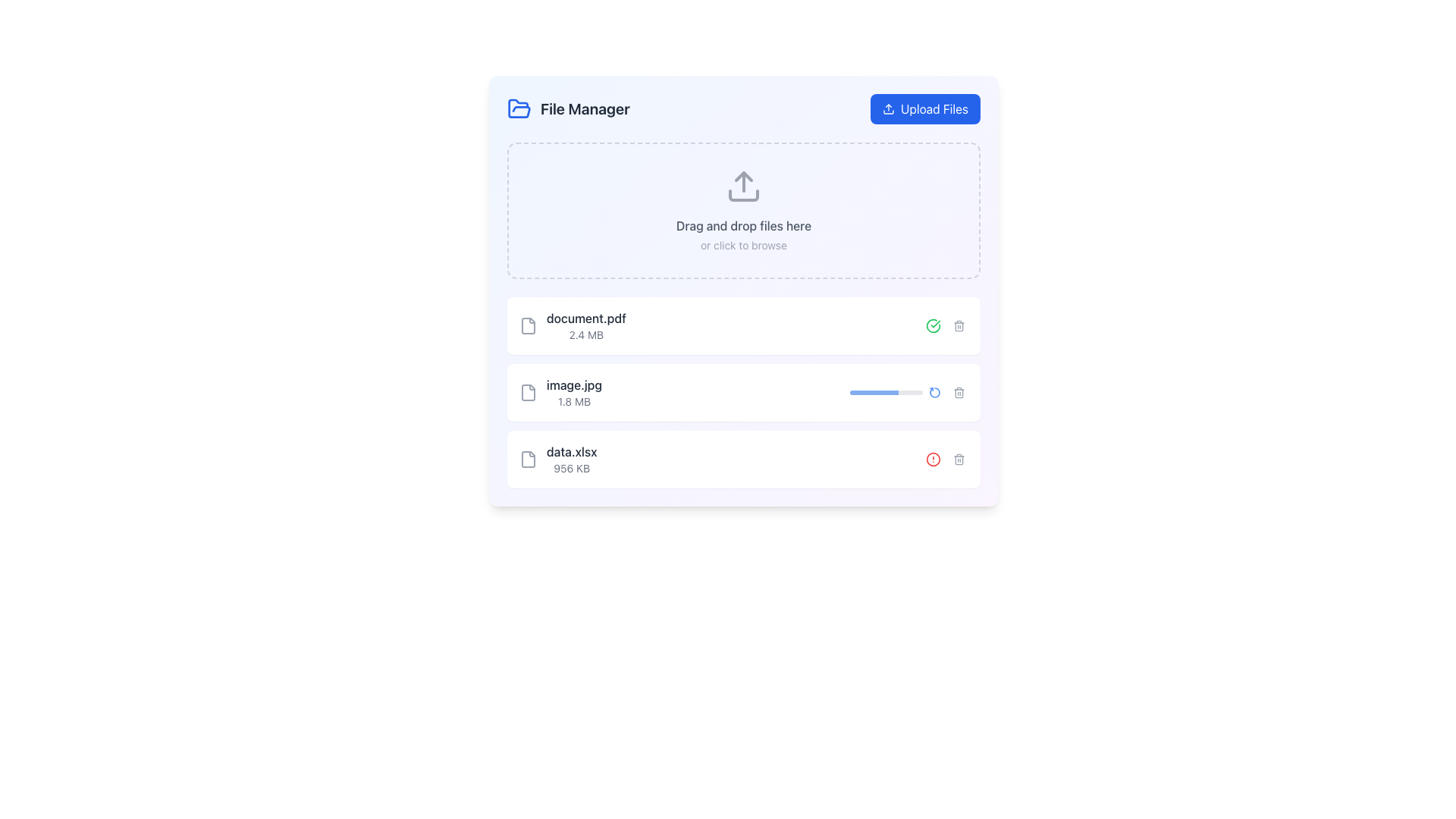  Describe the element at coordinates (519, 108) in the screenshot. I see `the folder icon with a blue outline located in the top-left corner of the File Manager interface, next to the 'File Manager' label` at that location.